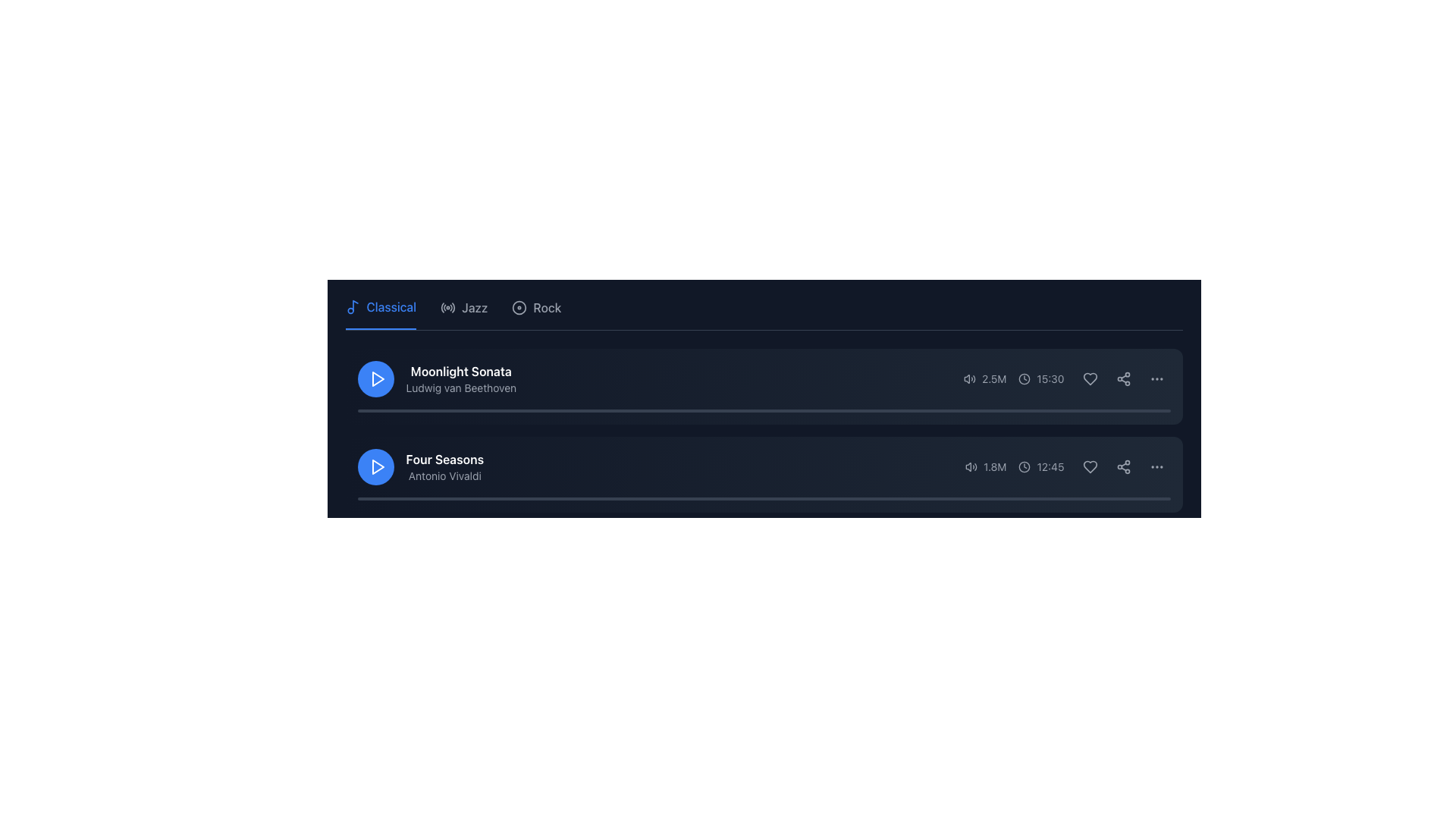  I want to click on the heart icon to toggle marking 'Moonlight Sonata' as a favorite and view the tooltip, so click(1089, 378).